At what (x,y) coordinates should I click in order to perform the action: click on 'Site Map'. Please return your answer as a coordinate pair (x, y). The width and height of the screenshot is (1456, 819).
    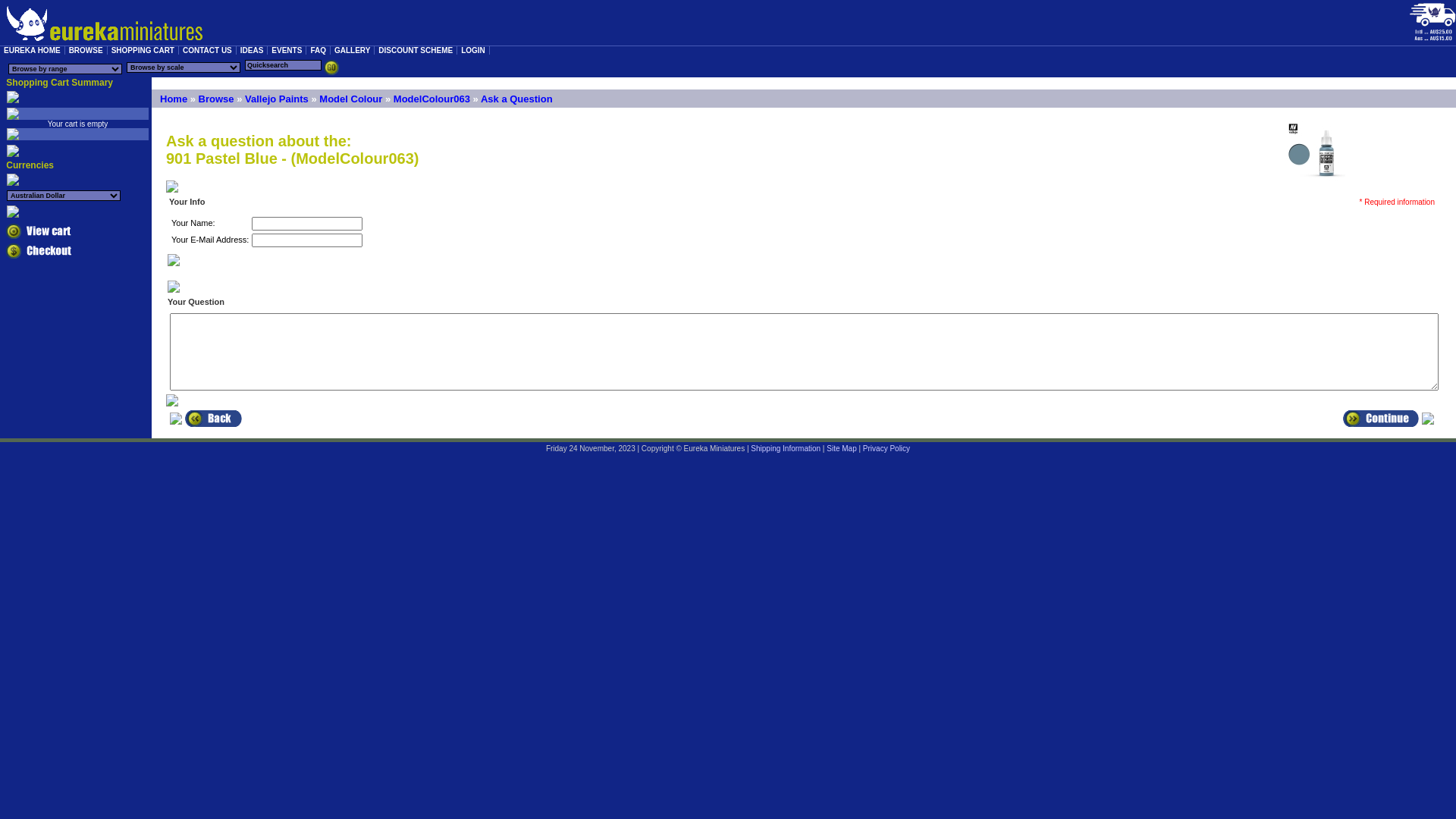
    Looking at the image, I should click on (840, 447).